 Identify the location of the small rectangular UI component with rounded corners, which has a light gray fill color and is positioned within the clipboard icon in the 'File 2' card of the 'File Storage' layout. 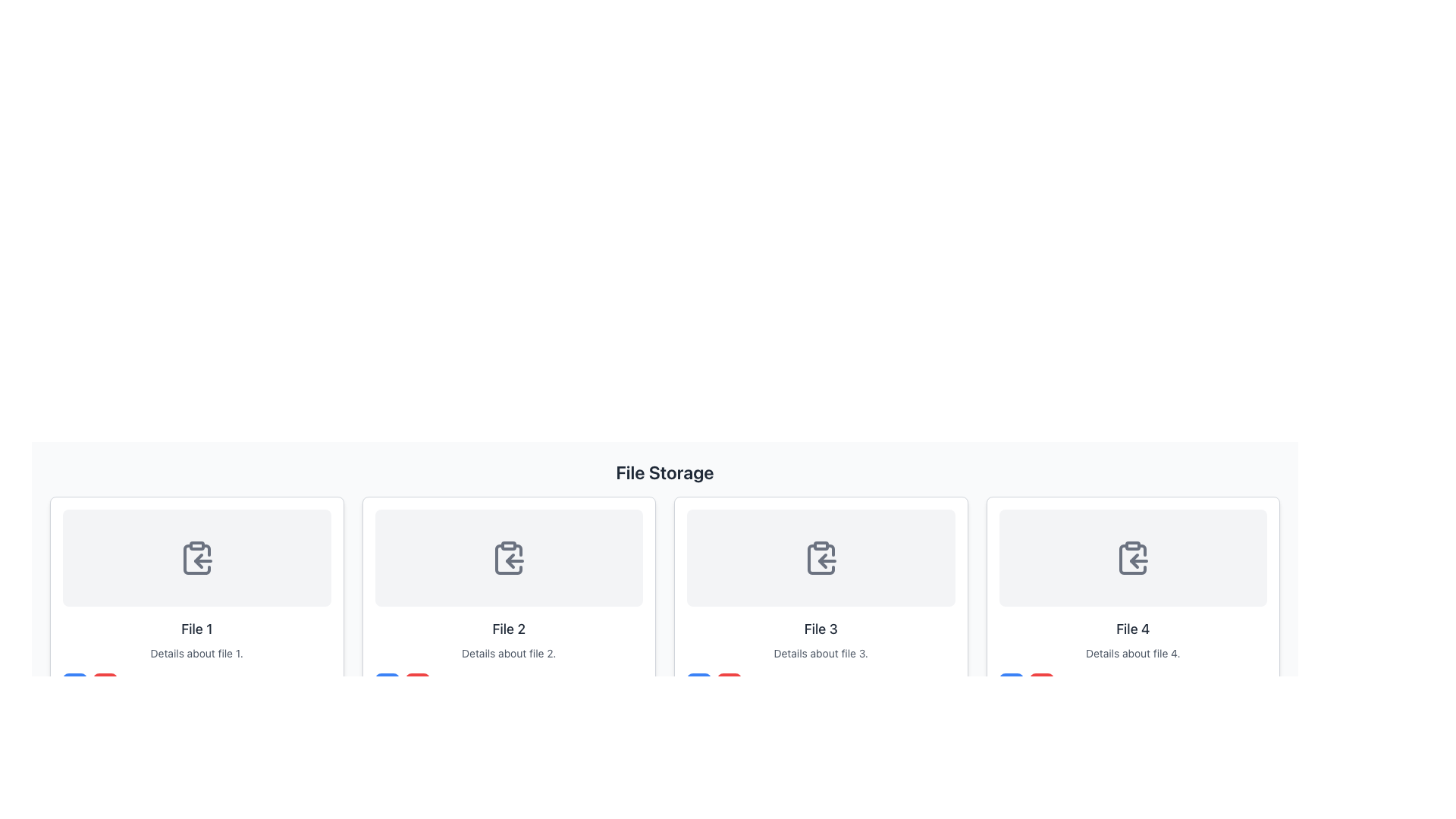
(509, 546).